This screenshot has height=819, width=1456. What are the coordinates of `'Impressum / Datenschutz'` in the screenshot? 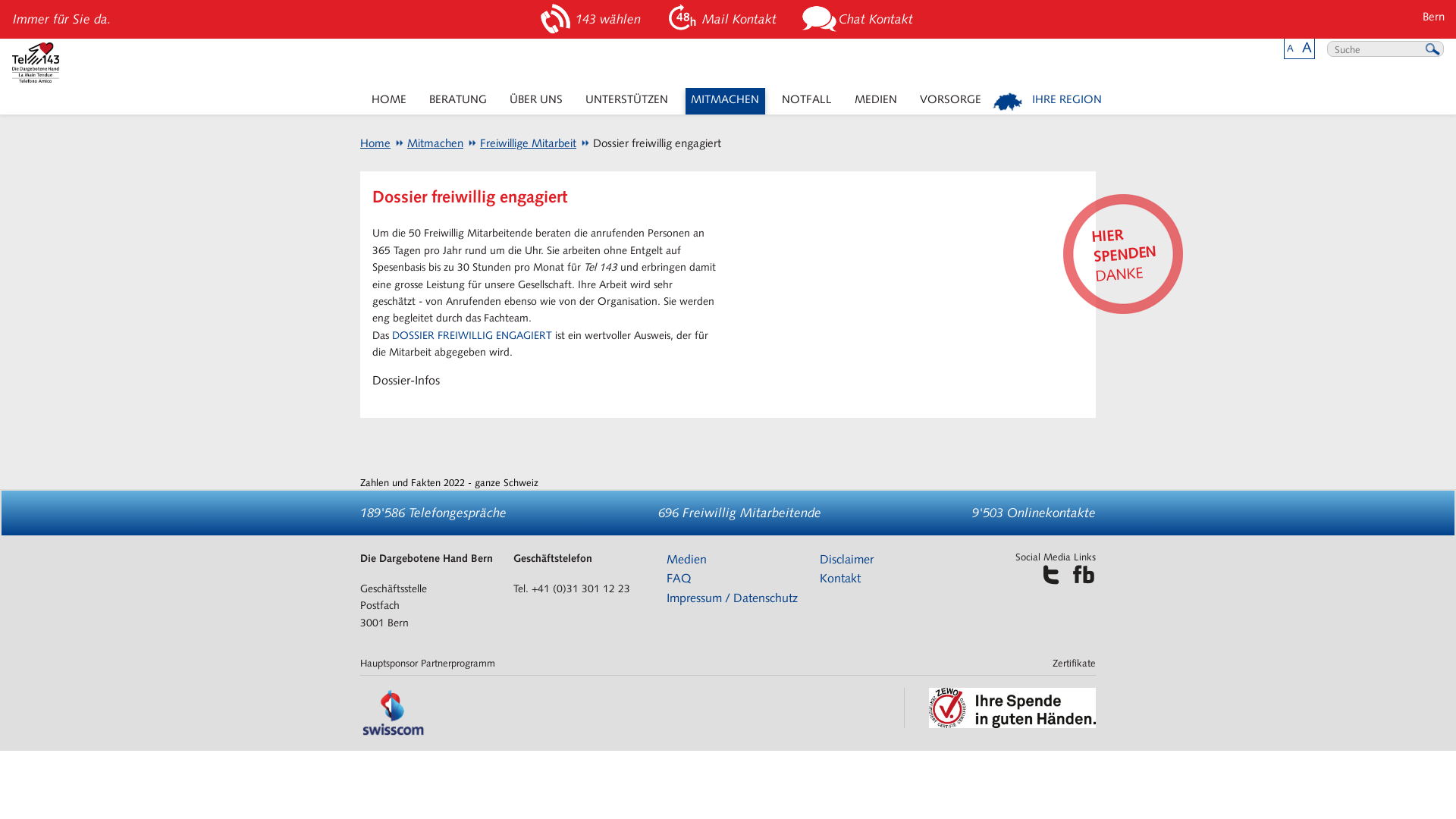 It's located at (666, 597).